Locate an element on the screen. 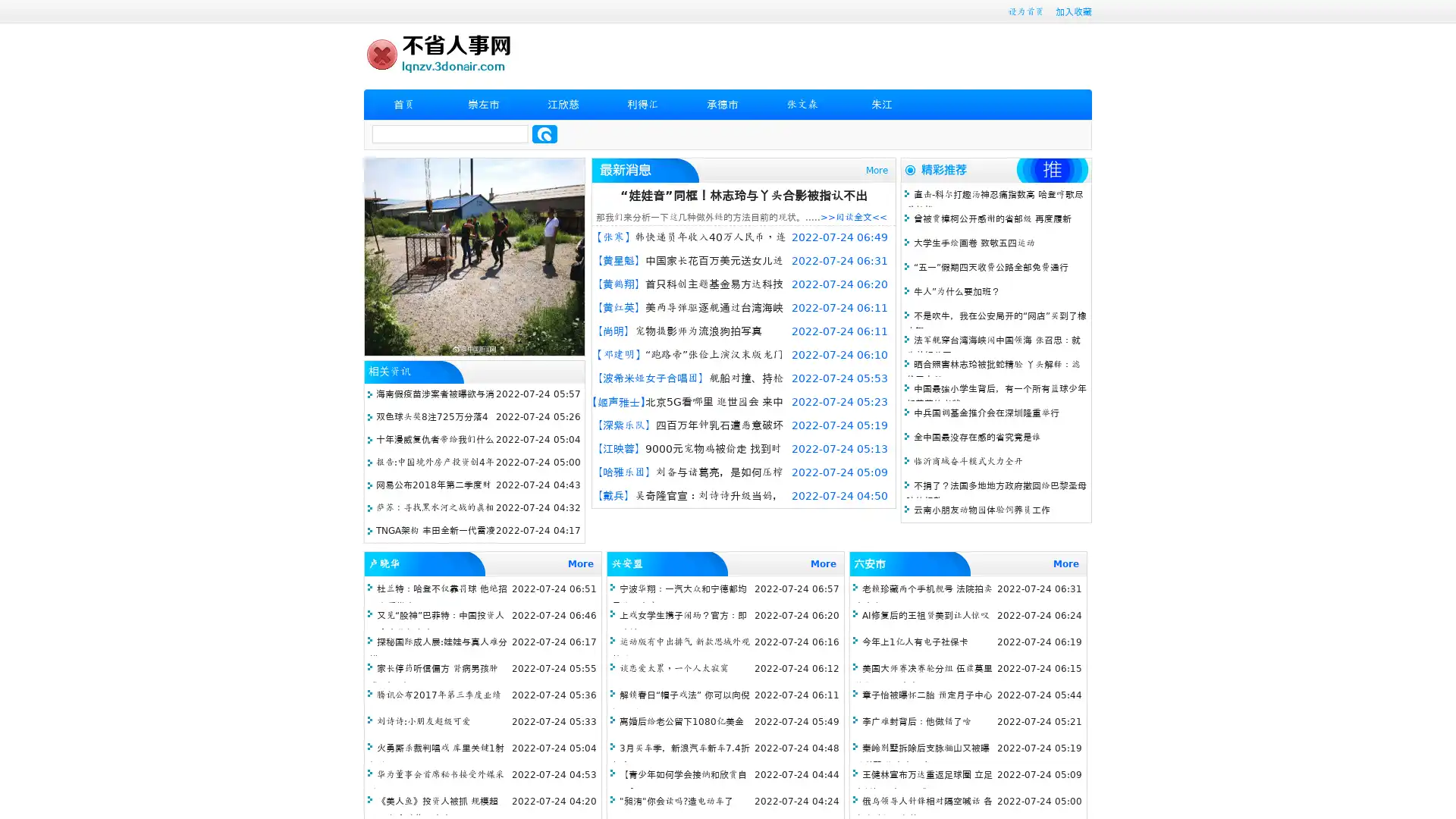 This screenshot has height=819, width=1456. Search is located at coordinates (544, 133).